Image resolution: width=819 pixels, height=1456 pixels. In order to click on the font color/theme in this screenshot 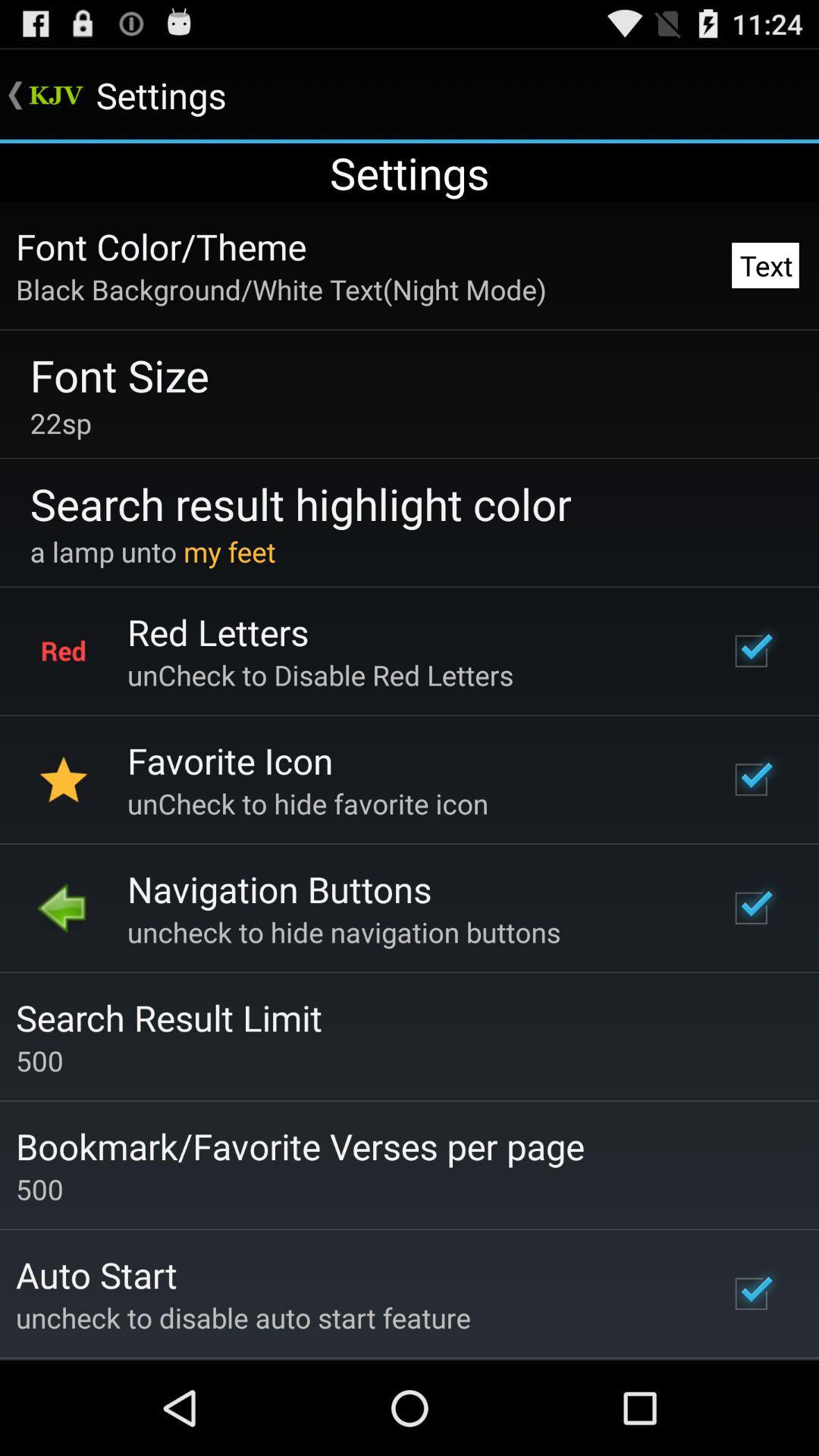, I will do `click(161, 246)`.